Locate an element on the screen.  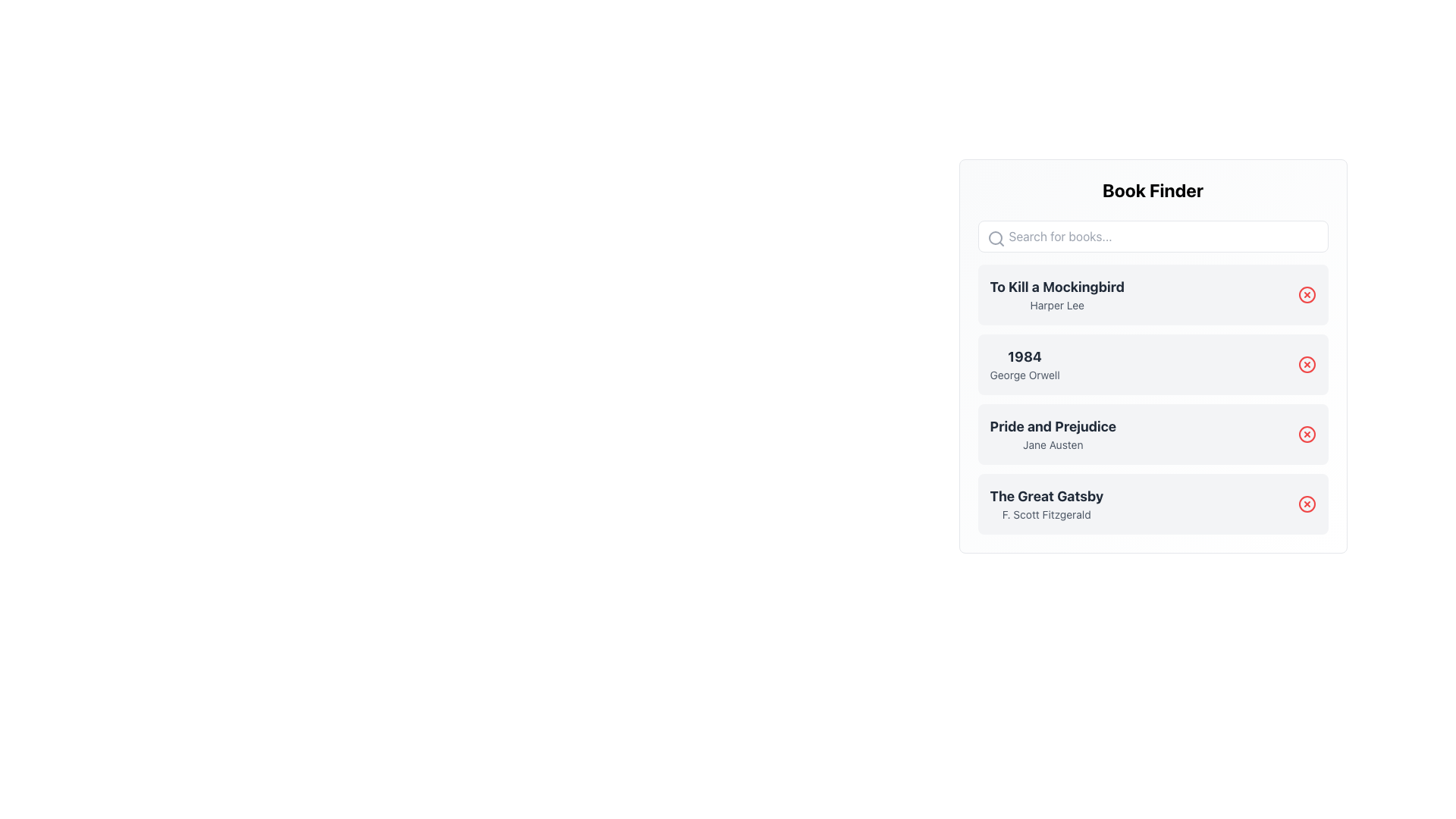
the static text element that represents the author of the book 'Pride and Prejudice', which is positioned directly underneath the title is located at coordinates (1052, 444).